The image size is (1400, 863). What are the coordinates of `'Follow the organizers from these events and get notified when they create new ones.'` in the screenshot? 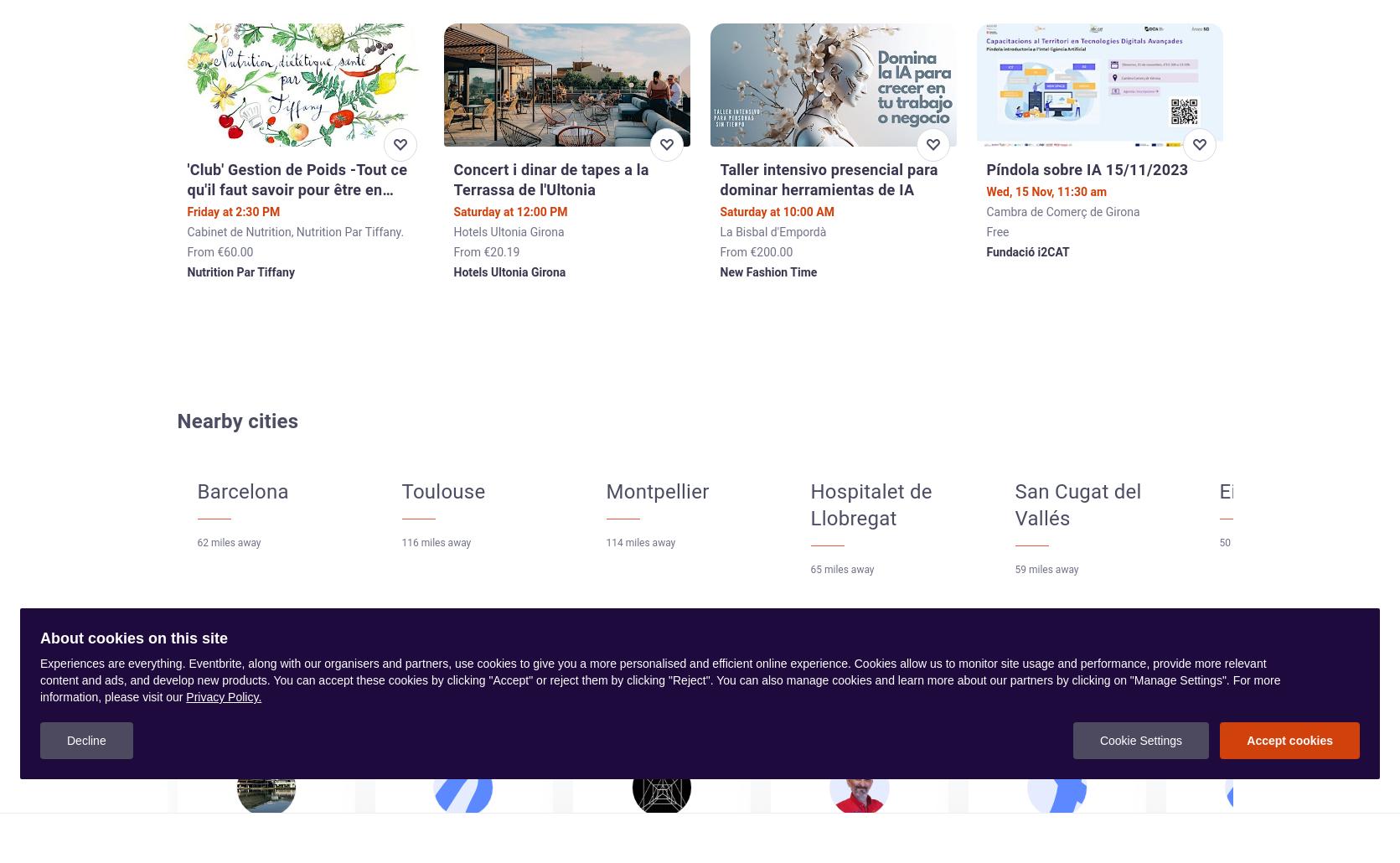 It's located at (395, 700).